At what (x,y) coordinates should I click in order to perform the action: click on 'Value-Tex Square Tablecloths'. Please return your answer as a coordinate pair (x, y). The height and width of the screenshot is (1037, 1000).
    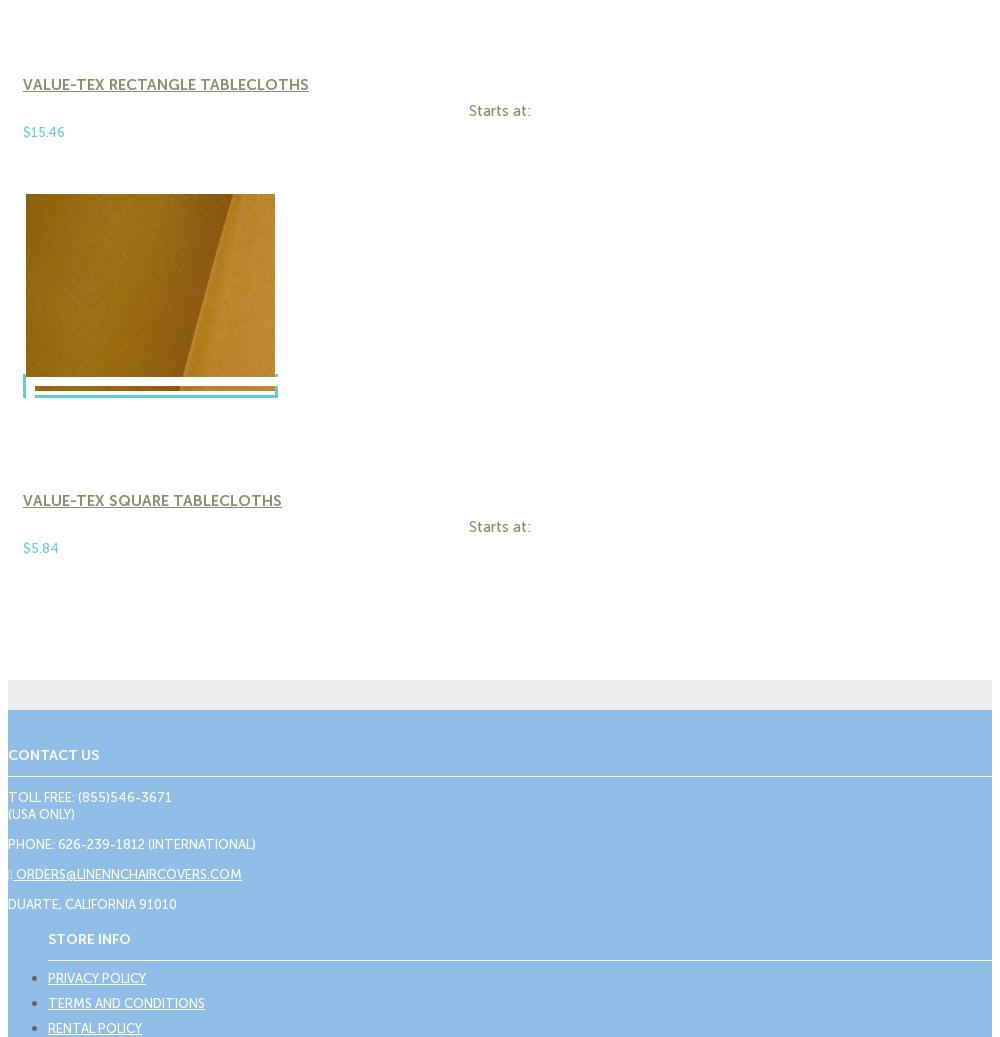
    Looking at the image, I should click on (152, 499).